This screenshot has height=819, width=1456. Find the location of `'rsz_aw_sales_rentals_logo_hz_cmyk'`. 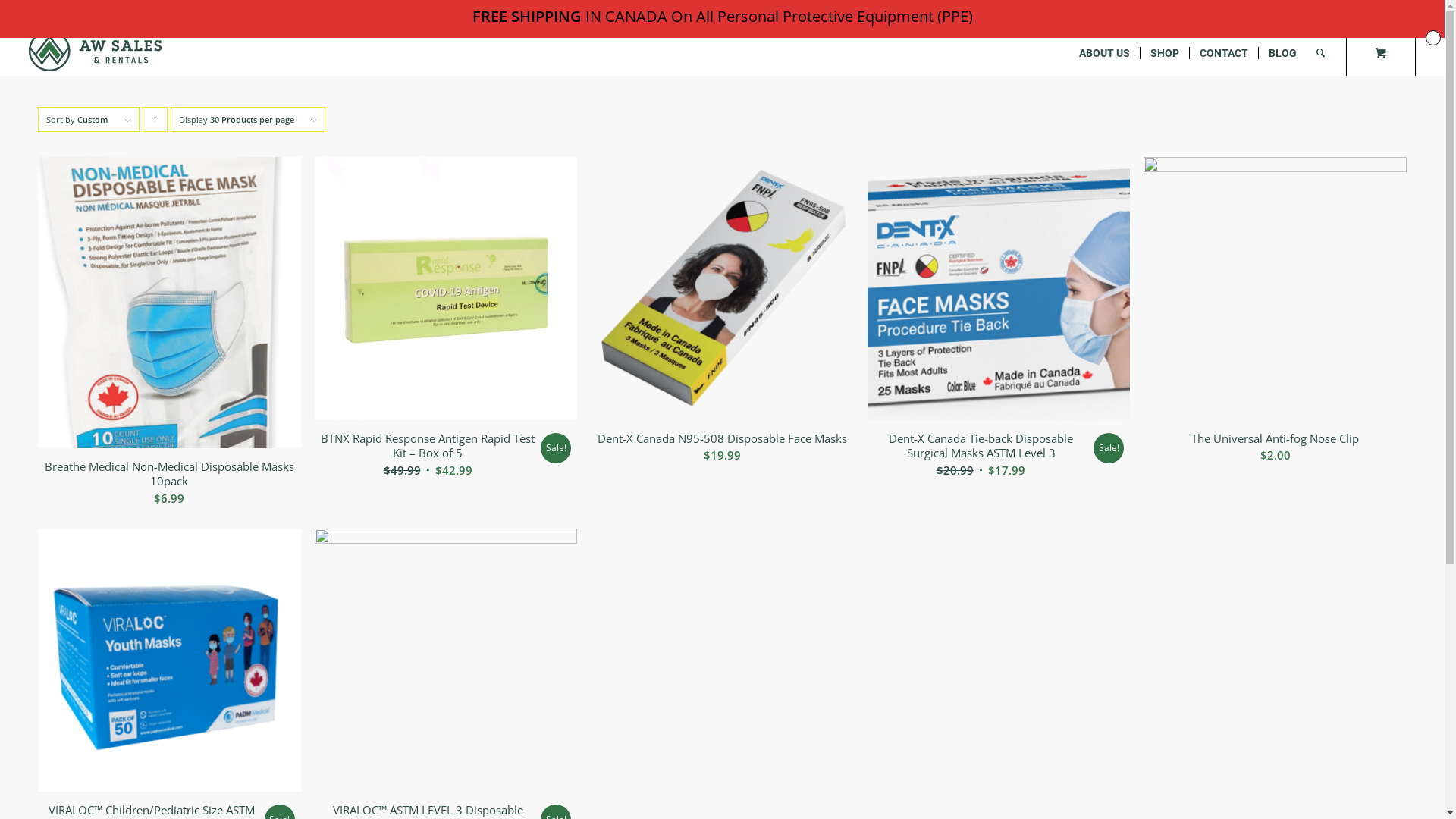

'rsz_aw_sales_rentals_logo_hz_cmyk' is located at coordinates (94, 49).